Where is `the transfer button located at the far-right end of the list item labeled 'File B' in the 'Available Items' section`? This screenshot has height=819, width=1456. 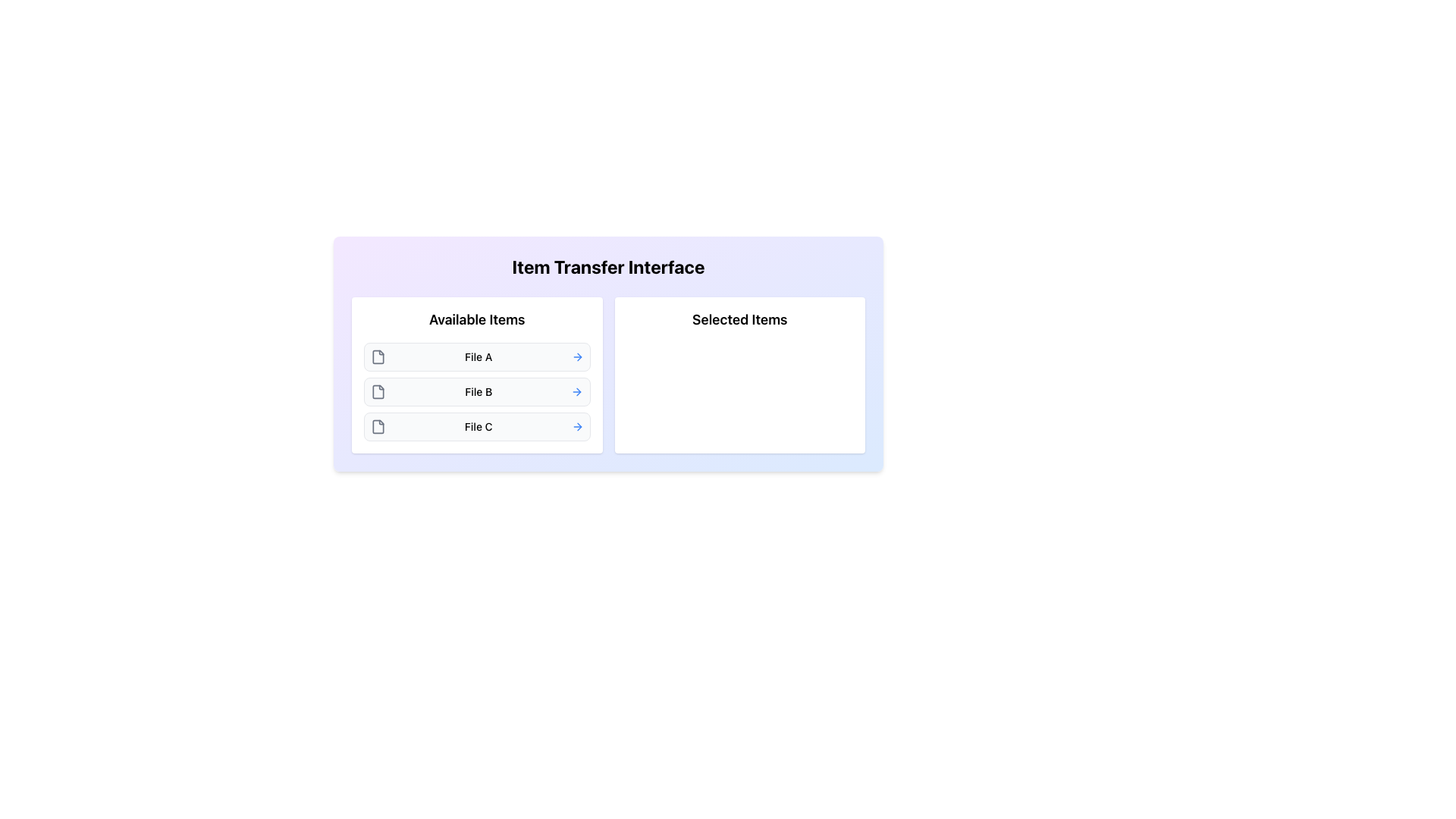
the transfer button located at the far-right end of the list item labeled 'File B' in the 'Available Items' section is located at coordinates (576, 391).